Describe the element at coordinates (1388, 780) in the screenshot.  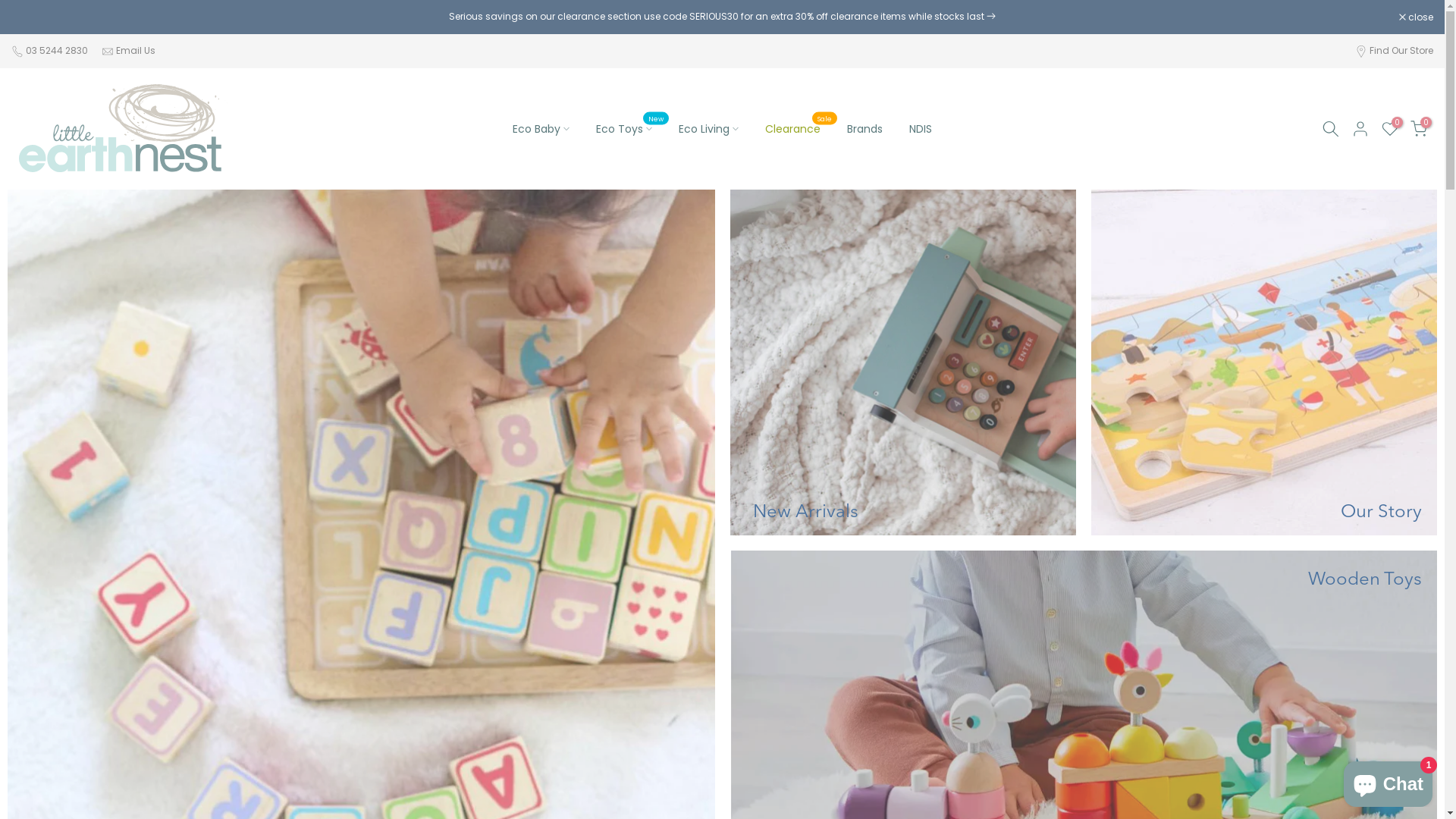
I see `'Shopify online store chat'` at that location.